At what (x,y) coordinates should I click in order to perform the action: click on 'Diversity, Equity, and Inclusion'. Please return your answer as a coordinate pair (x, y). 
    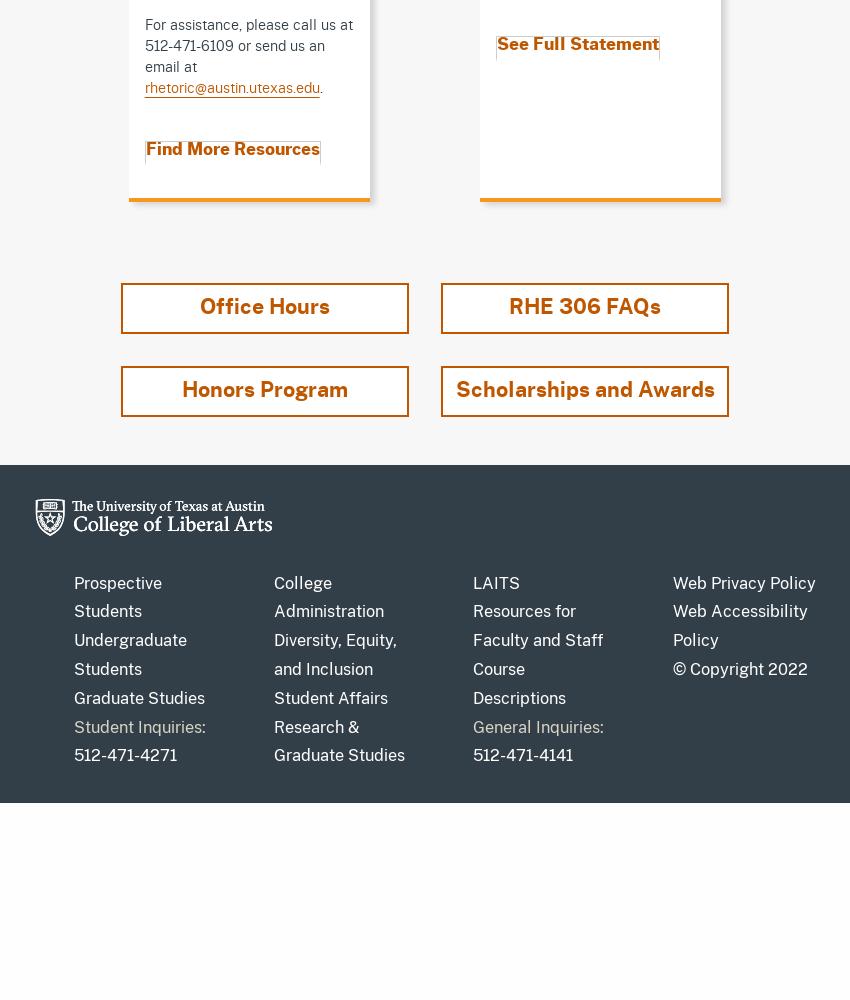
    Looking at the image, I should click on (334, 654).